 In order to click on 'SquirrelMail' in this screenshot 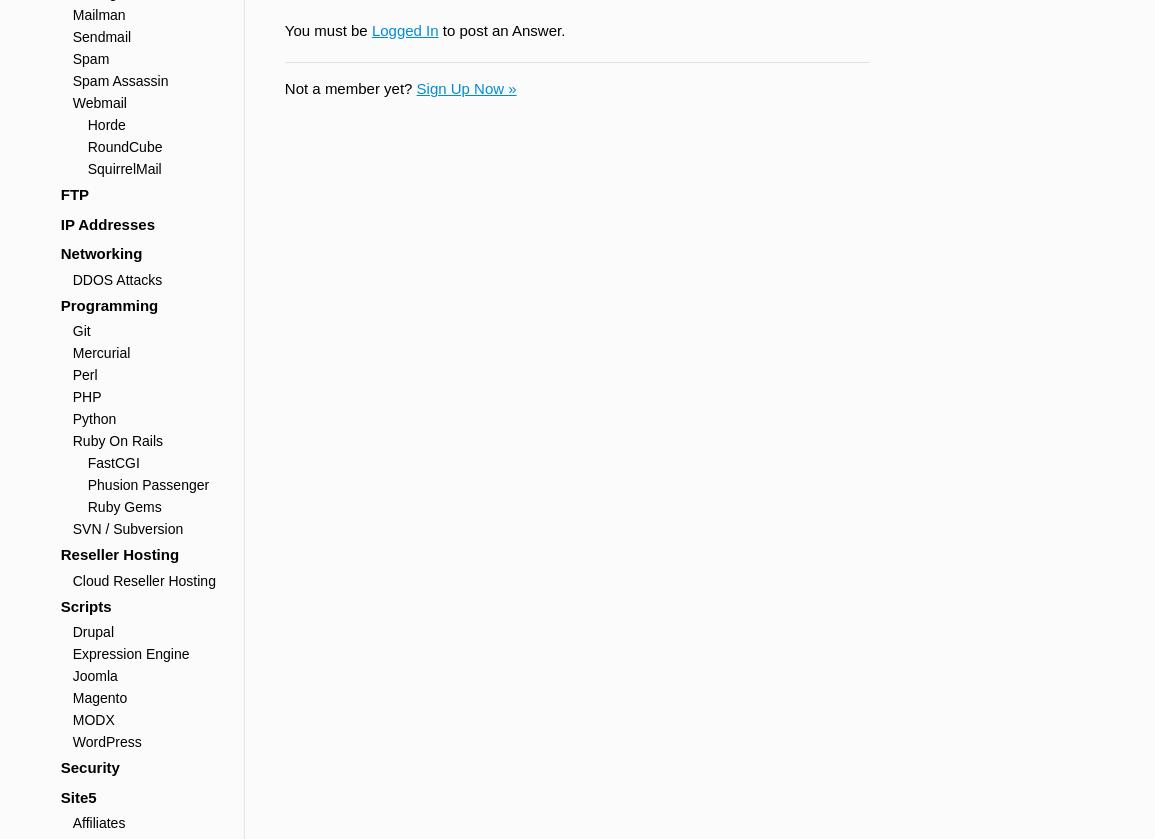, I will do `click(124, 168)`.